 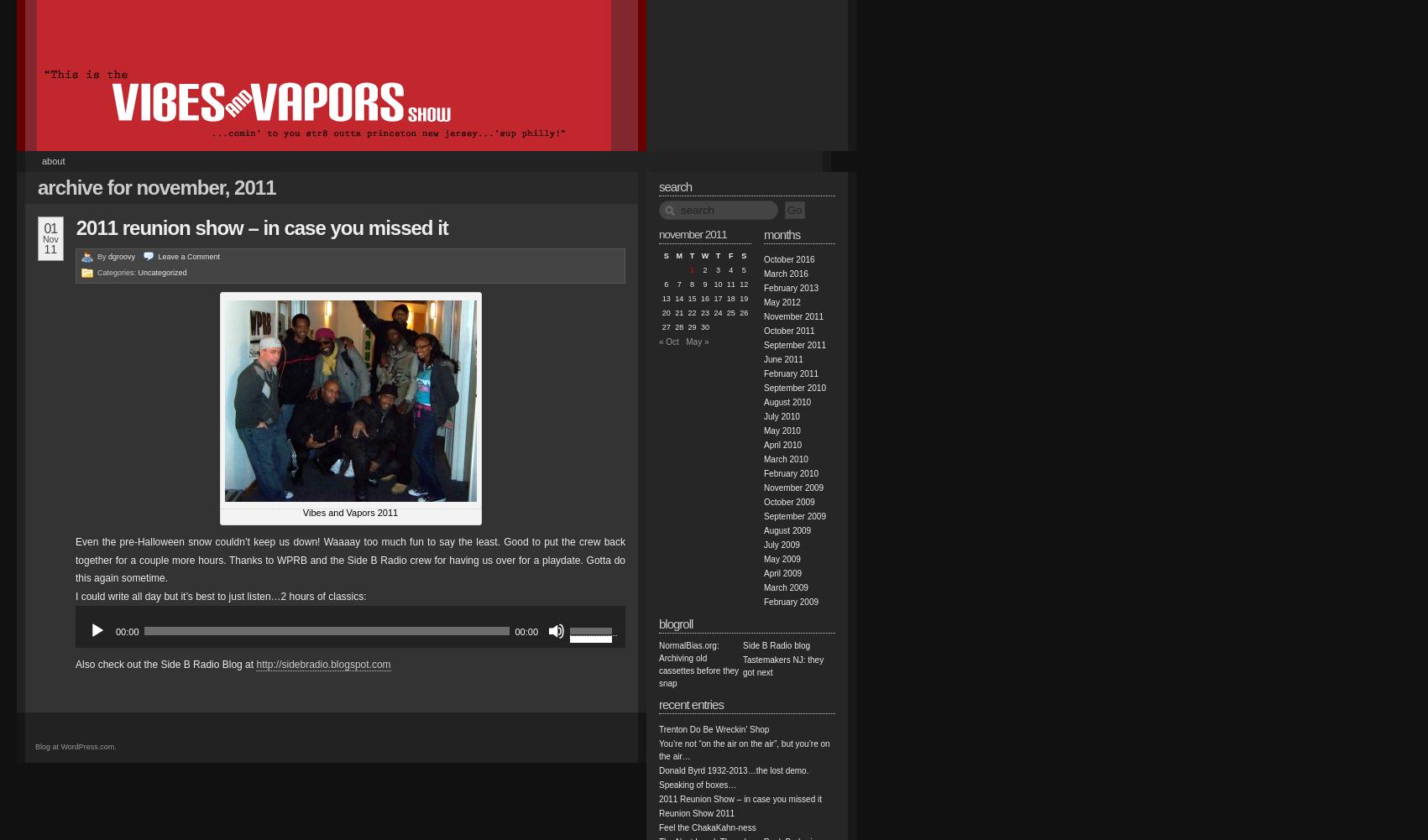 I want to click on 'February 2010', so click(x=790, y=472).